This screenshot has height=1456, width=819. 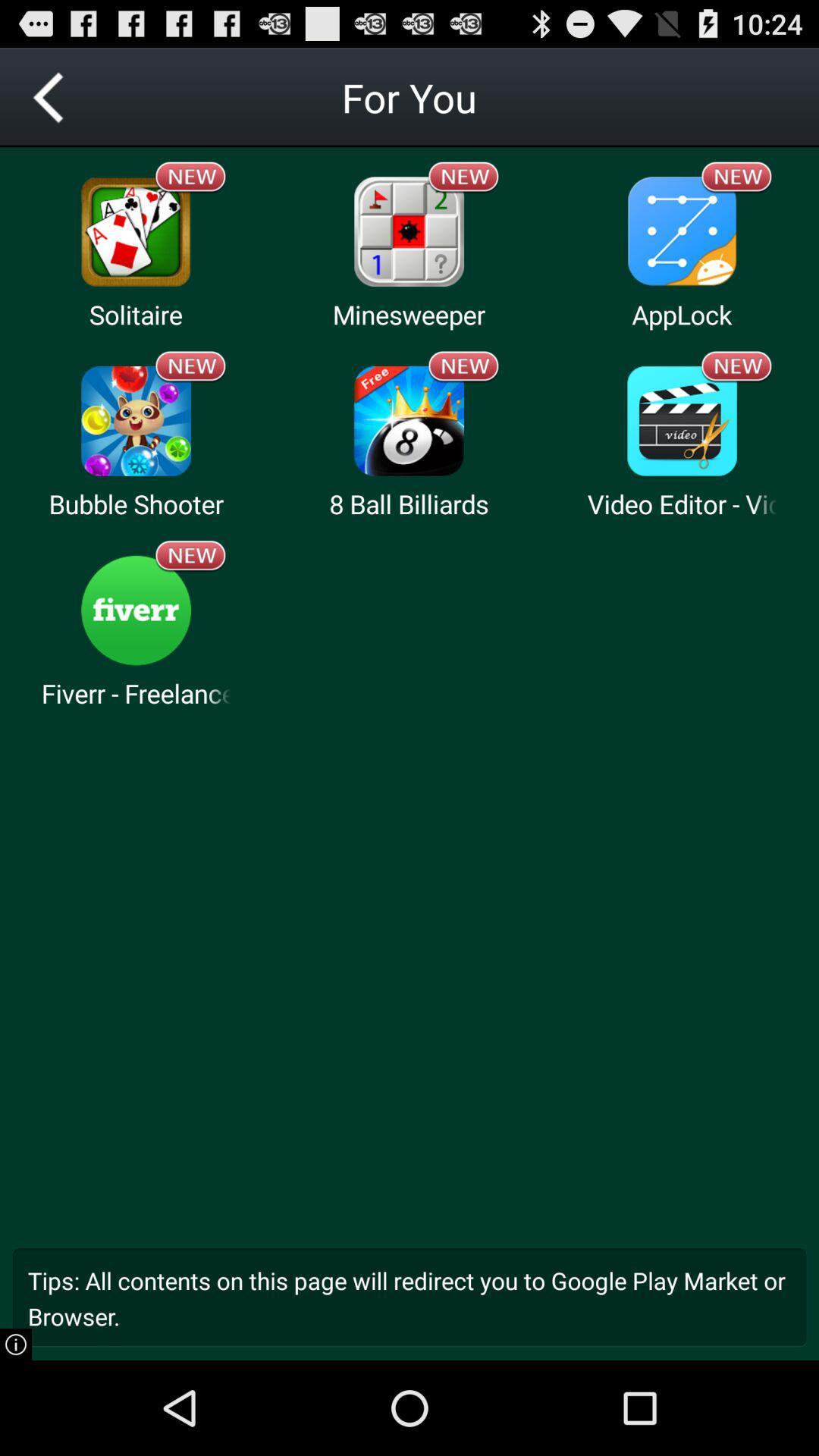 What do you see at coordinates (190, 555) in the screenshot?
I see `icon below bubble shooter item` at bounding box center [190, 555].